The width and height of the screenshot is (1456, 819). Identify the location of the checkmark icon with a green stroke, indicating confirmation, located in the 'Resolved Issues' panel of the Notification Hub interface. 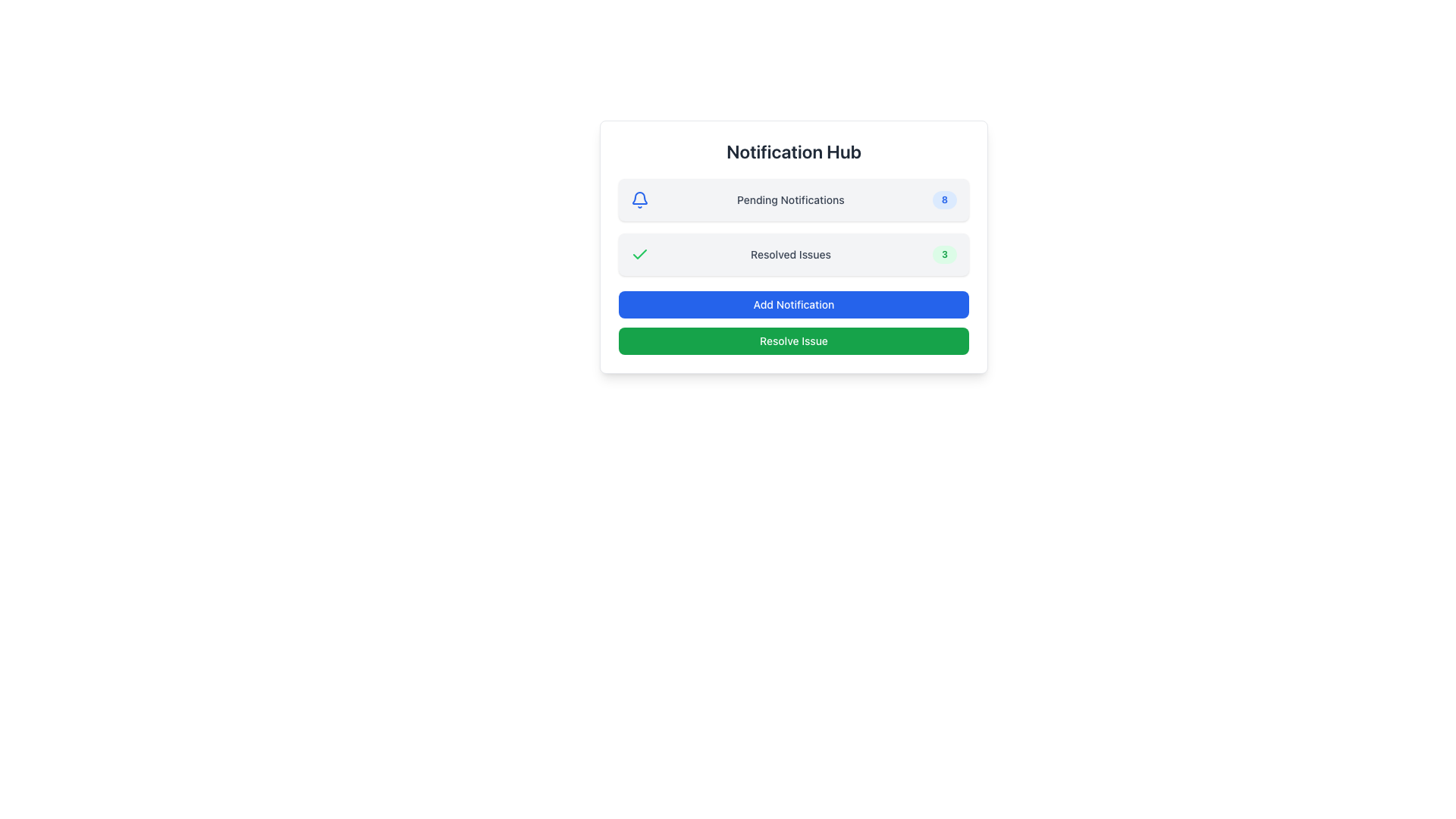
(640, 253).